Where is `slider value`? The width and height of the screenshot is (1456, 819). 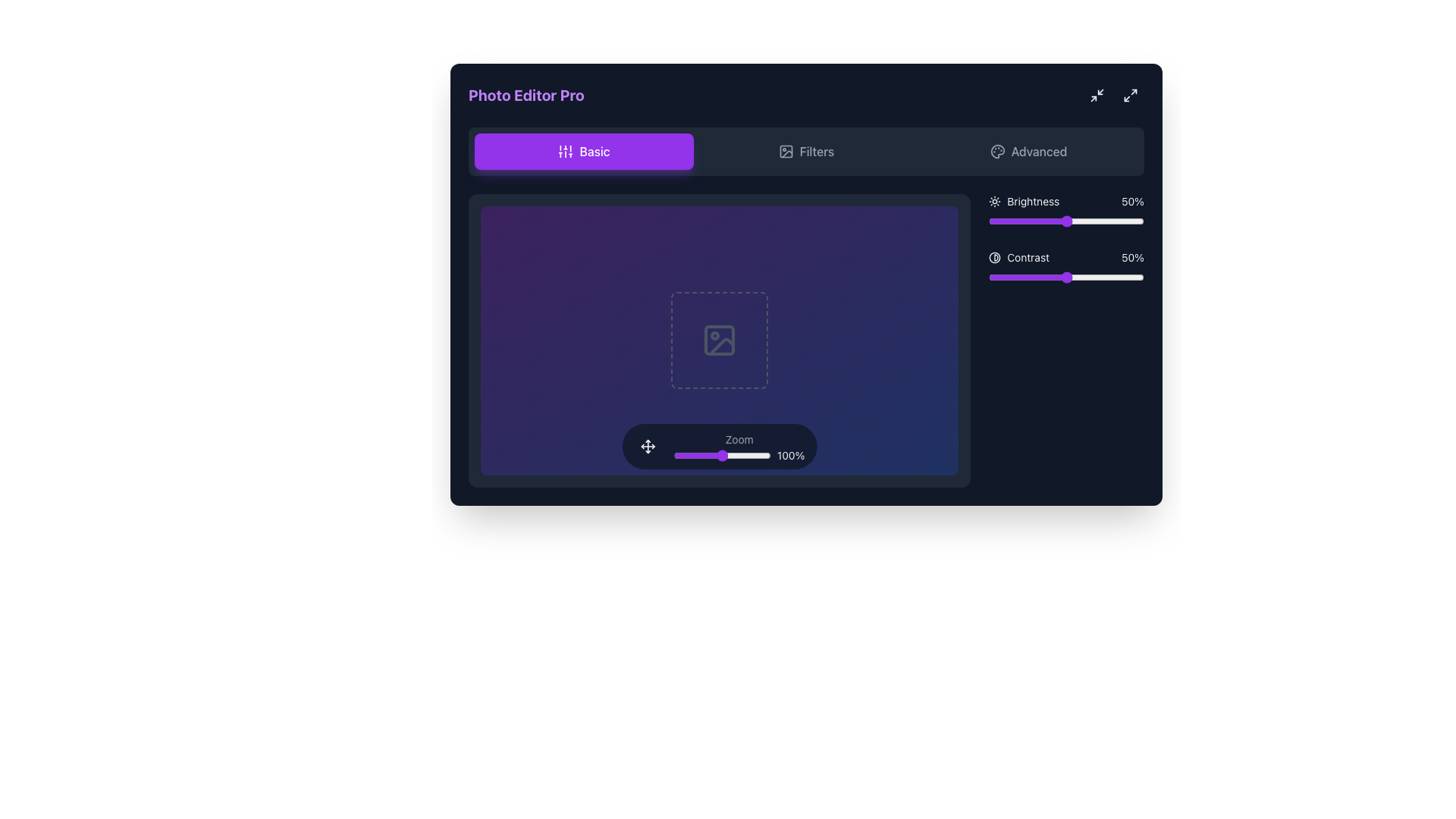 slider value is located at coordinates (1042, 221).